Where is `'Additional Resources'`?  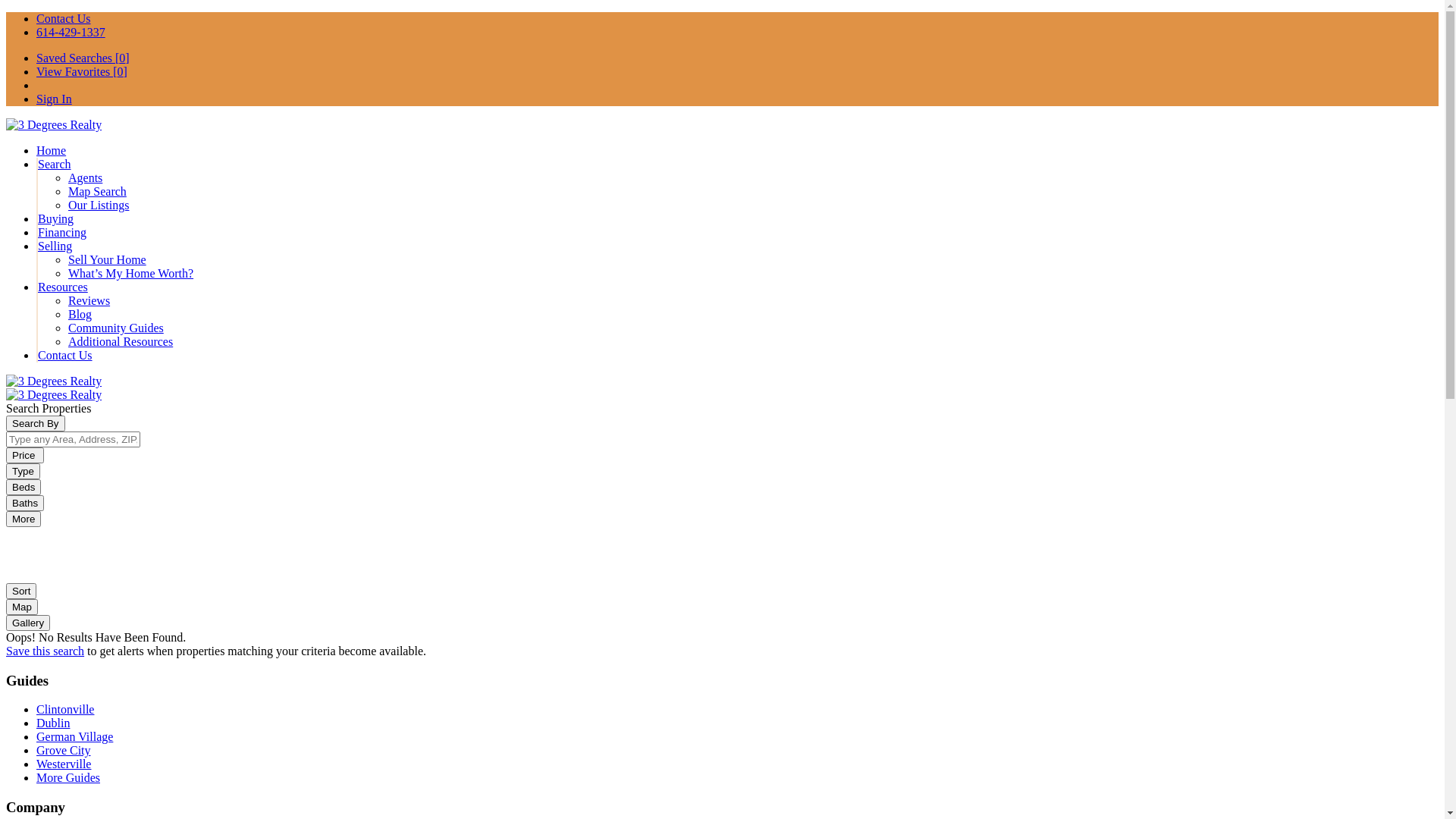
'Additional Resources' is located at coordinates (119, 341).